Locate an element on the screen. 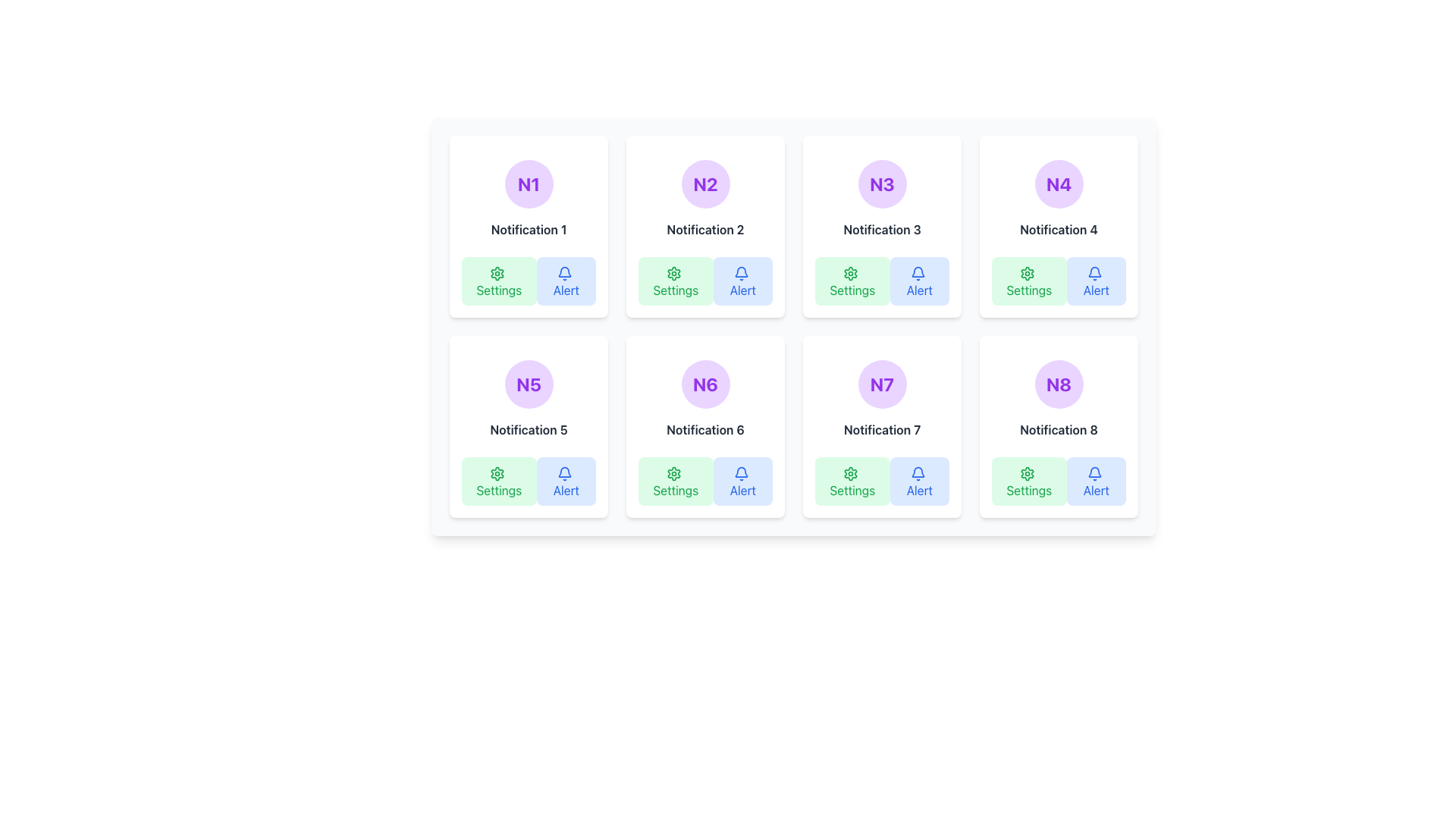 The height and width of the screenshot is (819, 1456). the label or badge that identifies the associated notification card in the grid, specifically the eighth card in the last column of the second row is located at coordinates (1058, 383).